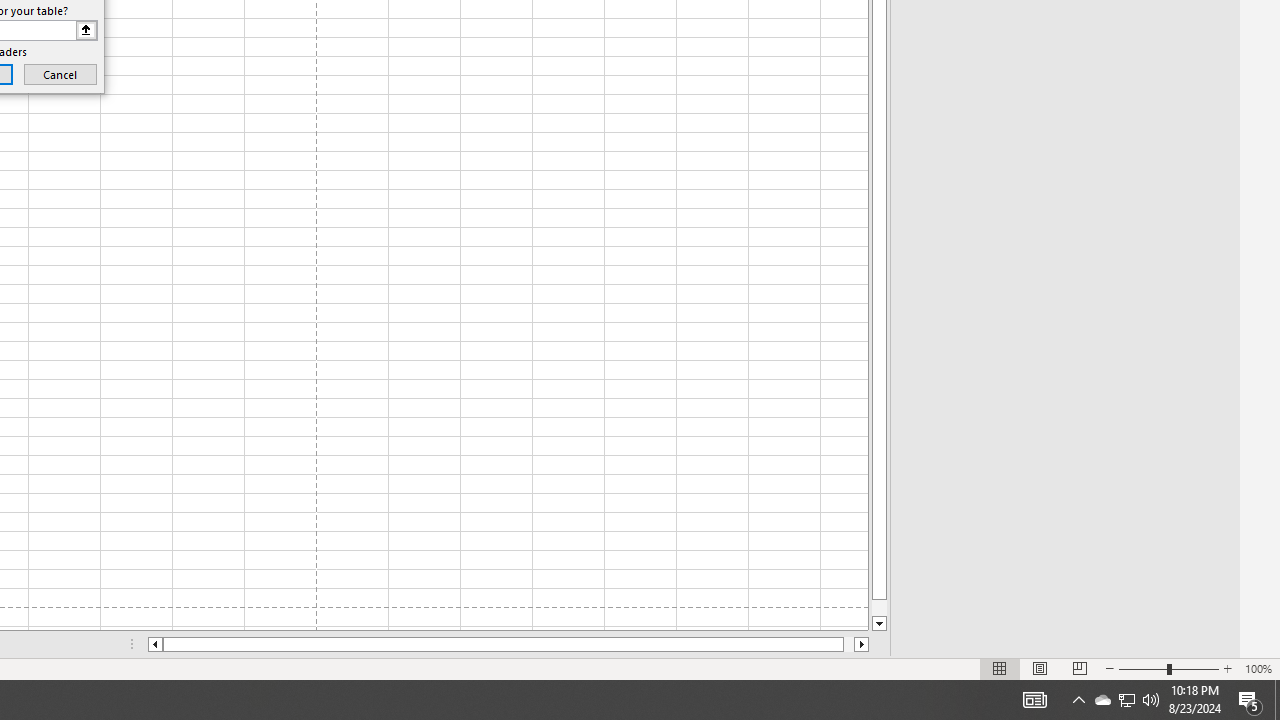 Image resolution: width=1280 pixels, height=720 pixels. I want to click on 'Column left', so click(153, 644).